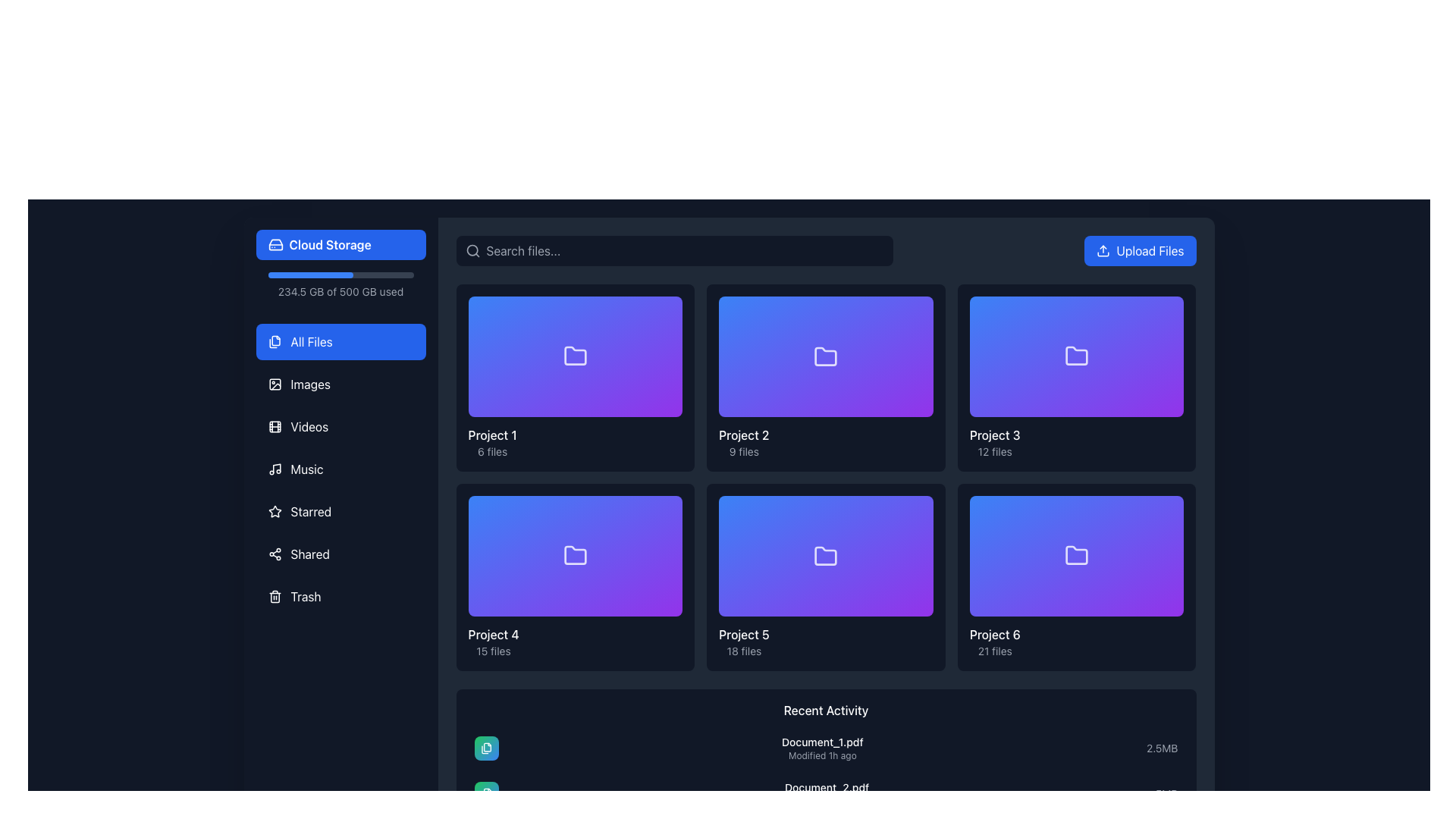 The height and width of the screenshot is (819, 1456). What do you see at coordinates (472, 250) in the screenshot?
I see `the search icon located on the far left side of the search bar input field, which is near the top-center of the interface` at bounding box center [472, 250].